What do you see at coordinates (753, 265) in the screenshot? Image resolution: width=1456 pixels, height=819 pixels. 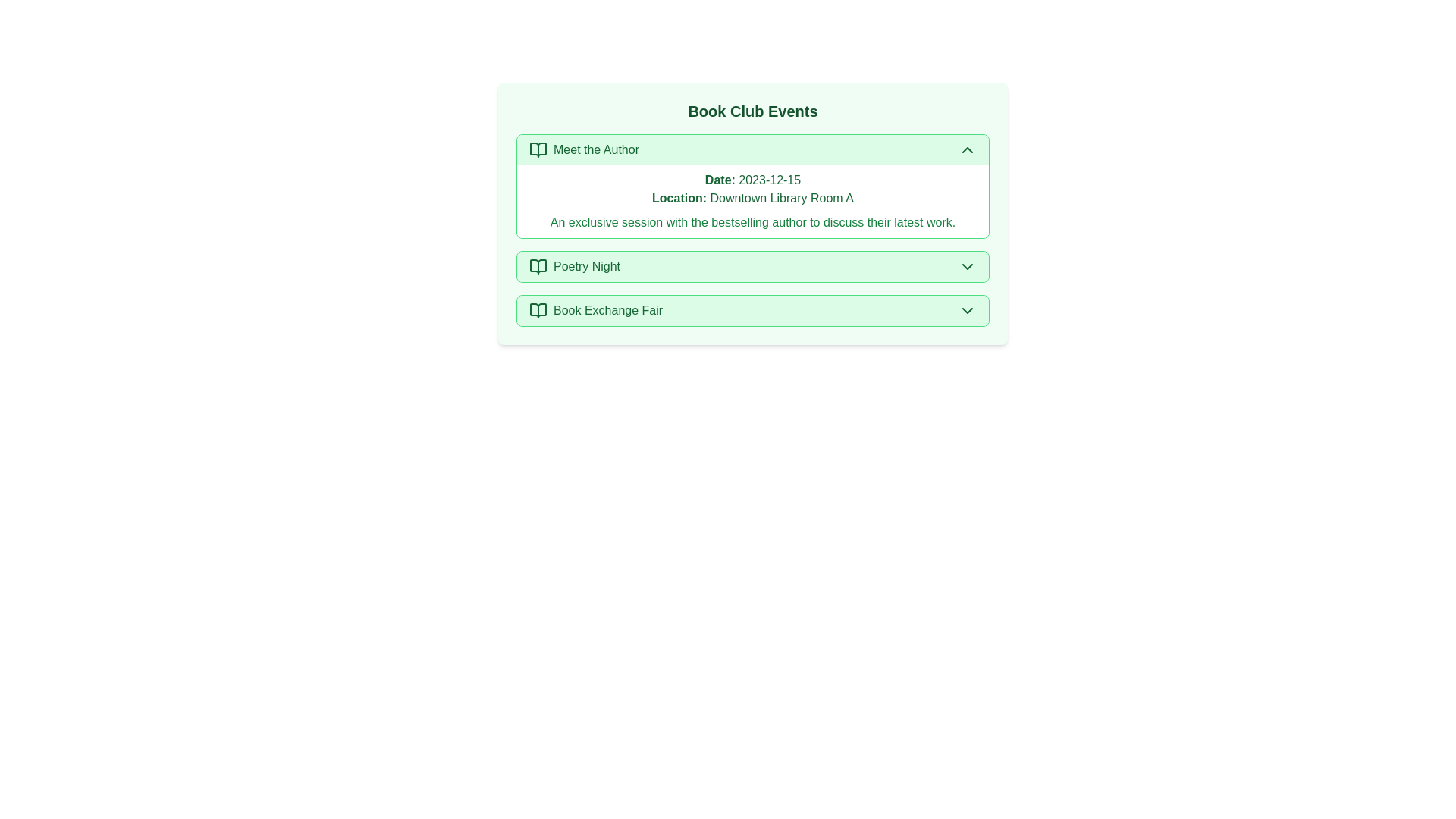 I see `the 'Poetry Night' interactive item` at bounding box center [753, 265].